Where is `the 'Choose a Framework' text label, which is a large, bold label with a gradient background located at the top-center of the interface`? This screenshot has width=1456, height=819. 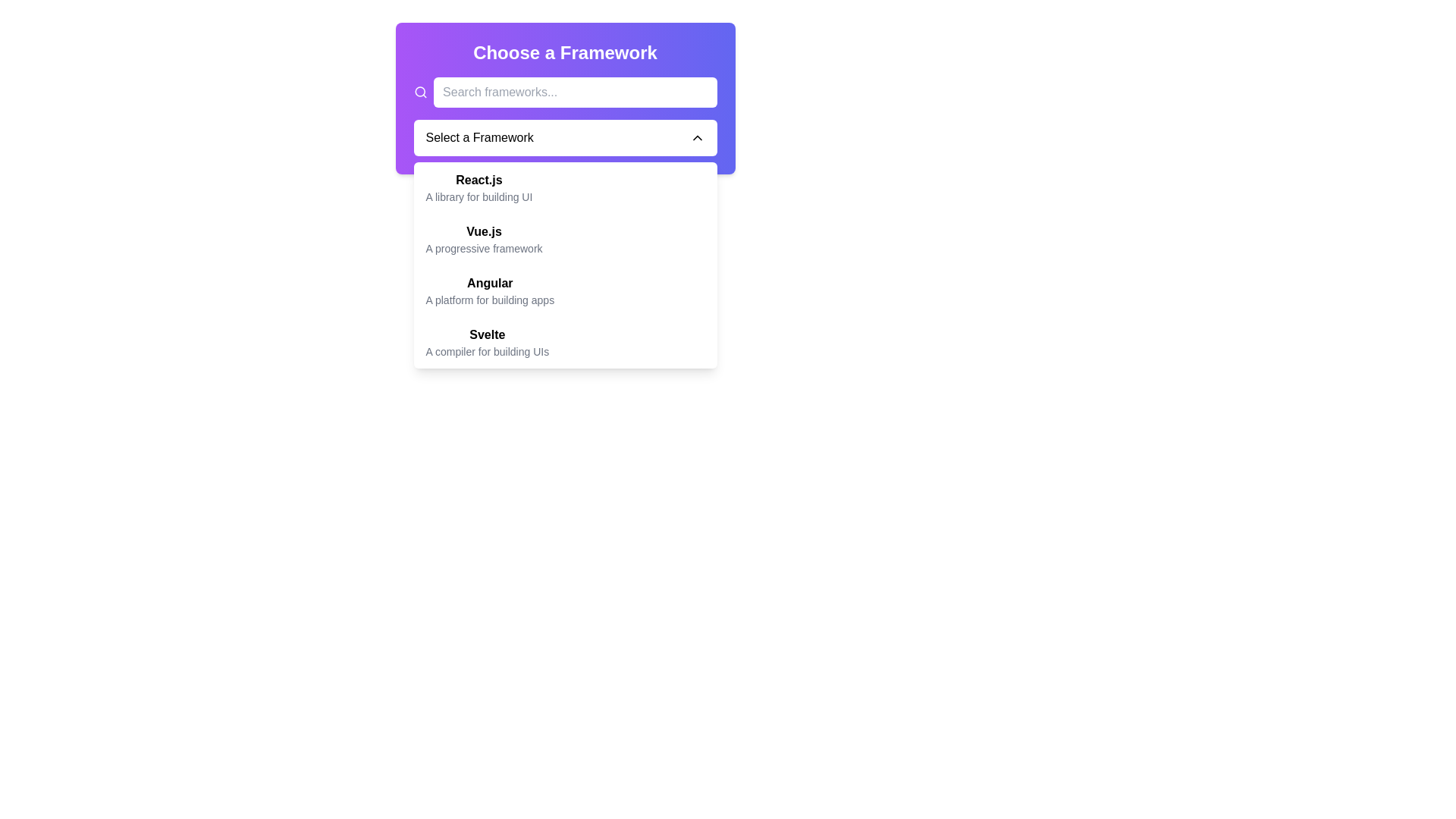 the 'Choose a Framework' text label, which is a large, bold label with a gradient background located at the top-center of the interface is located at coordinates (564, 52).